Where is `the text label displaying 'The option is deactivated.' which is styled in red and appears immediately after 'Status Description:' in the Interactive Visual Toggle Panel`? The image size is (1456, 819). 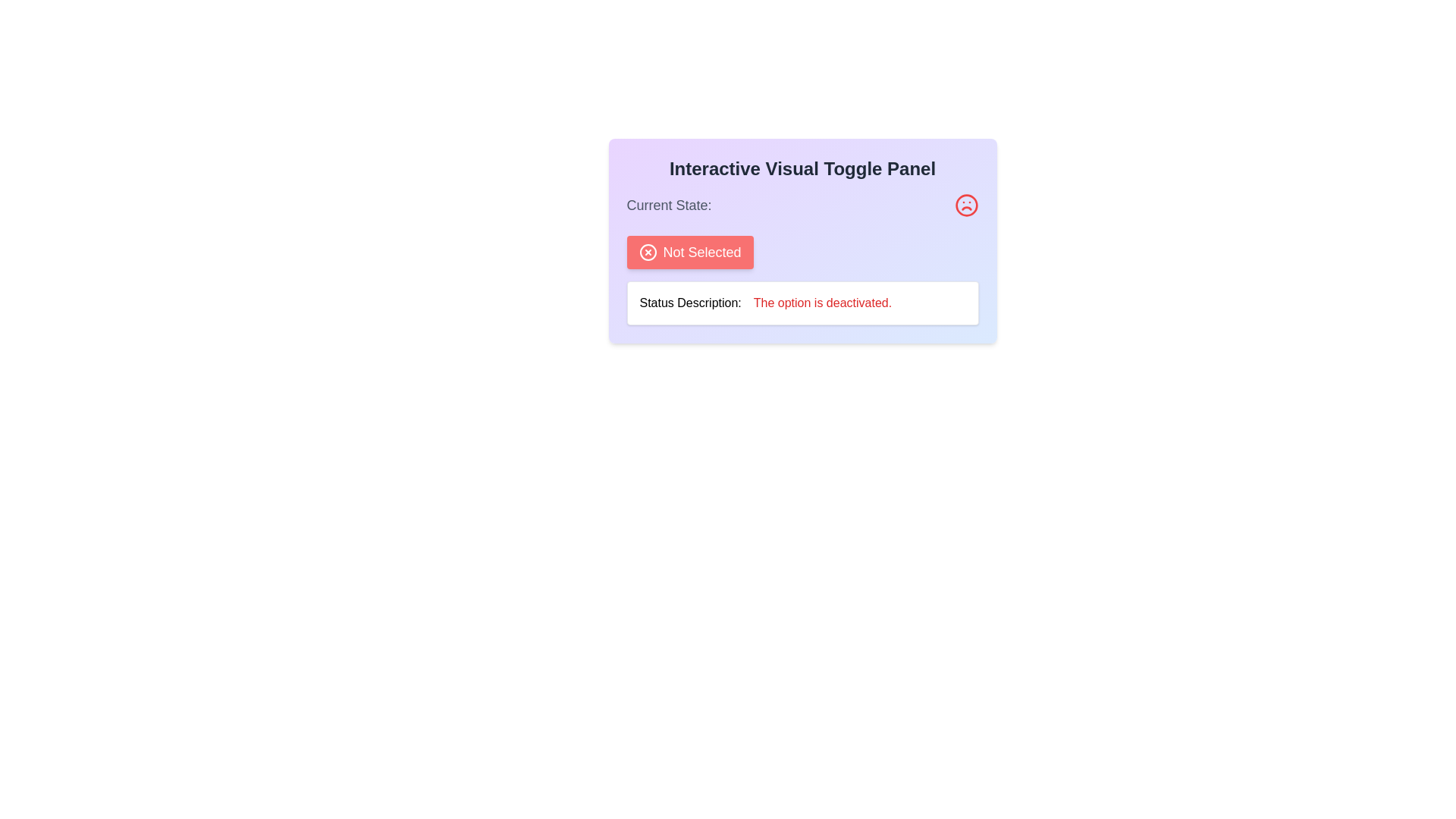 the text label displaying 'The option is deactivated.' which is styled in red and appears immediately after 'Status Description:' in the Interactive Visual Toggle Panel is located at coordinates (821, 303).